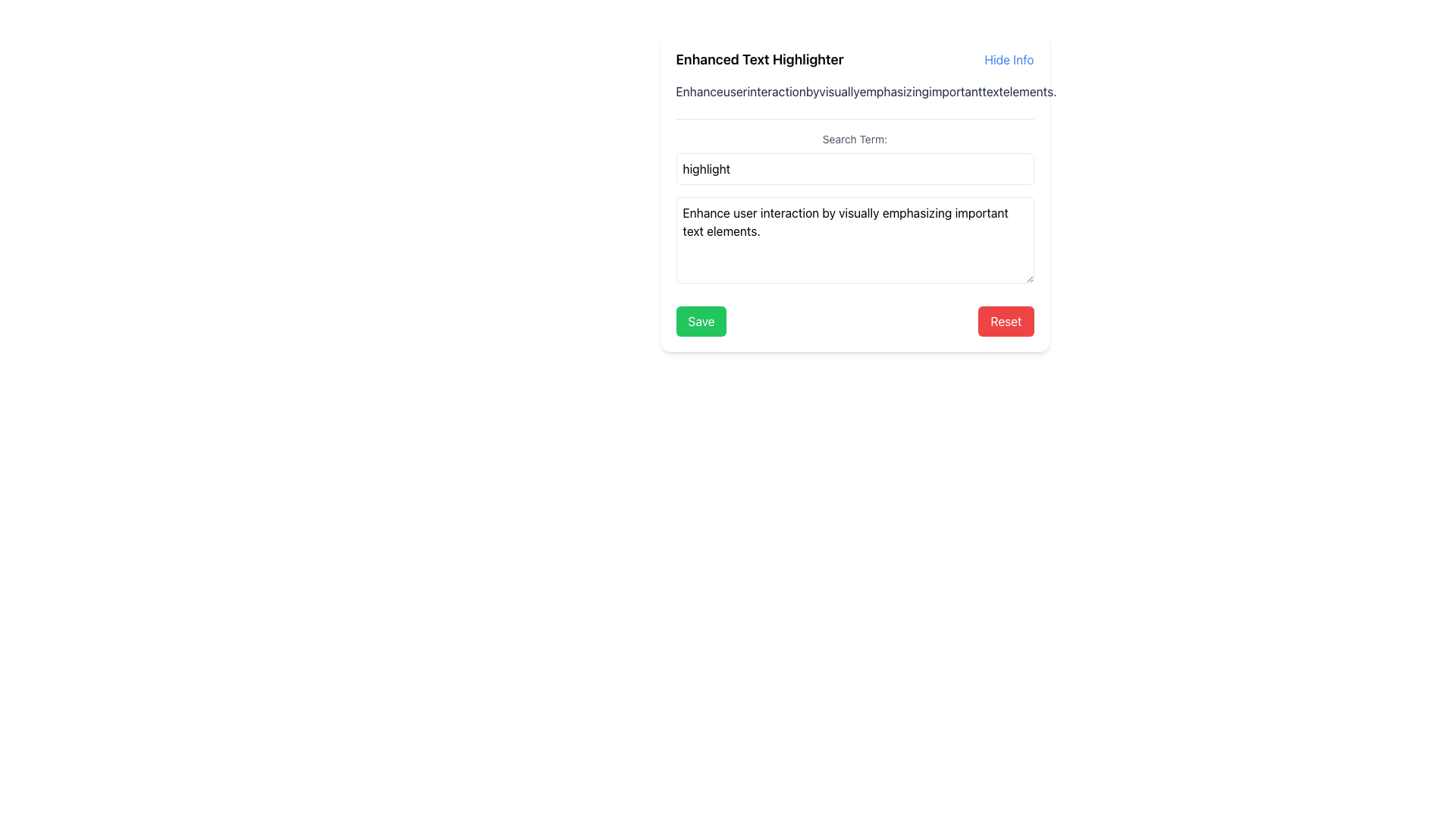  I want to click on label 'Search Term:' which is styled with a light gray font and appears above the input field, so click(855, 140).